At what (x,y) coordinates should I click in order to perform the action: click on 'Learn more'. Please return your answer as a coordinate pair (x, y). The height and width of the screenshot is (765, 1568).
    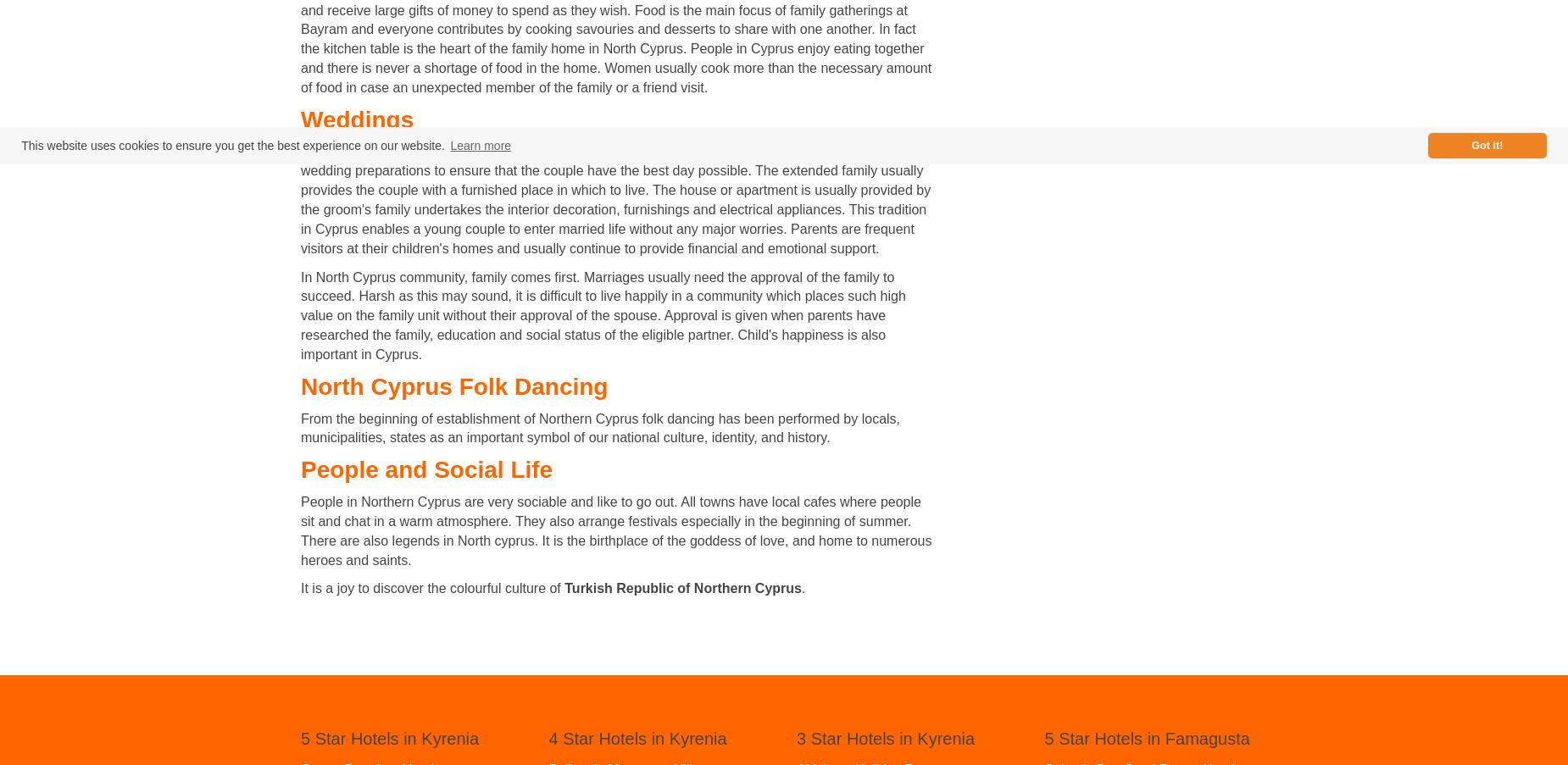
    Looking at the image, I should click on (481, 145).